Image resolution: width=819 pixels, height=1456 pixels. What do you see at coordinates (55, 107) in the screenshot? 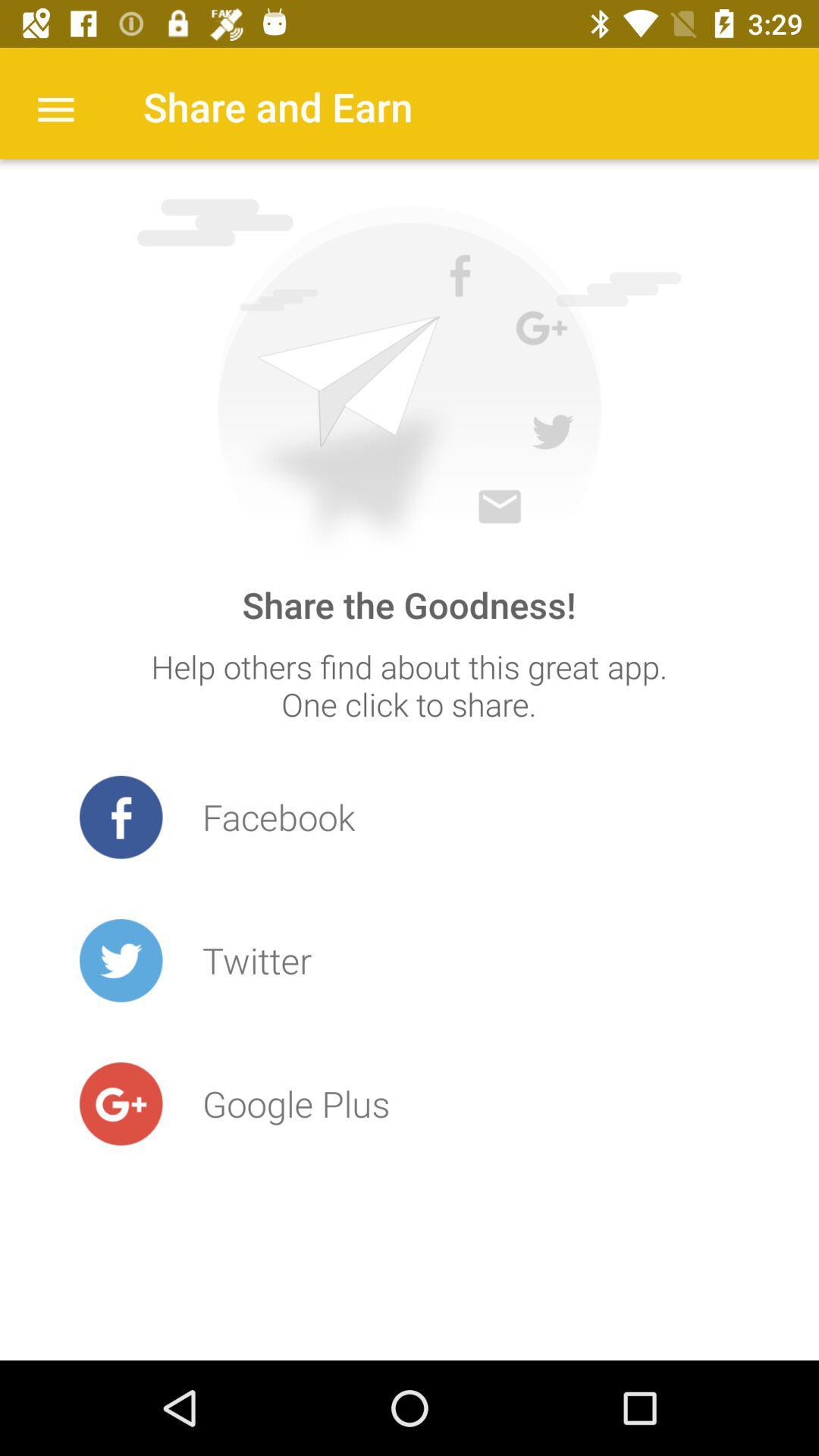
I see `item next to share and earn icon` at bounding box center [55, 107].